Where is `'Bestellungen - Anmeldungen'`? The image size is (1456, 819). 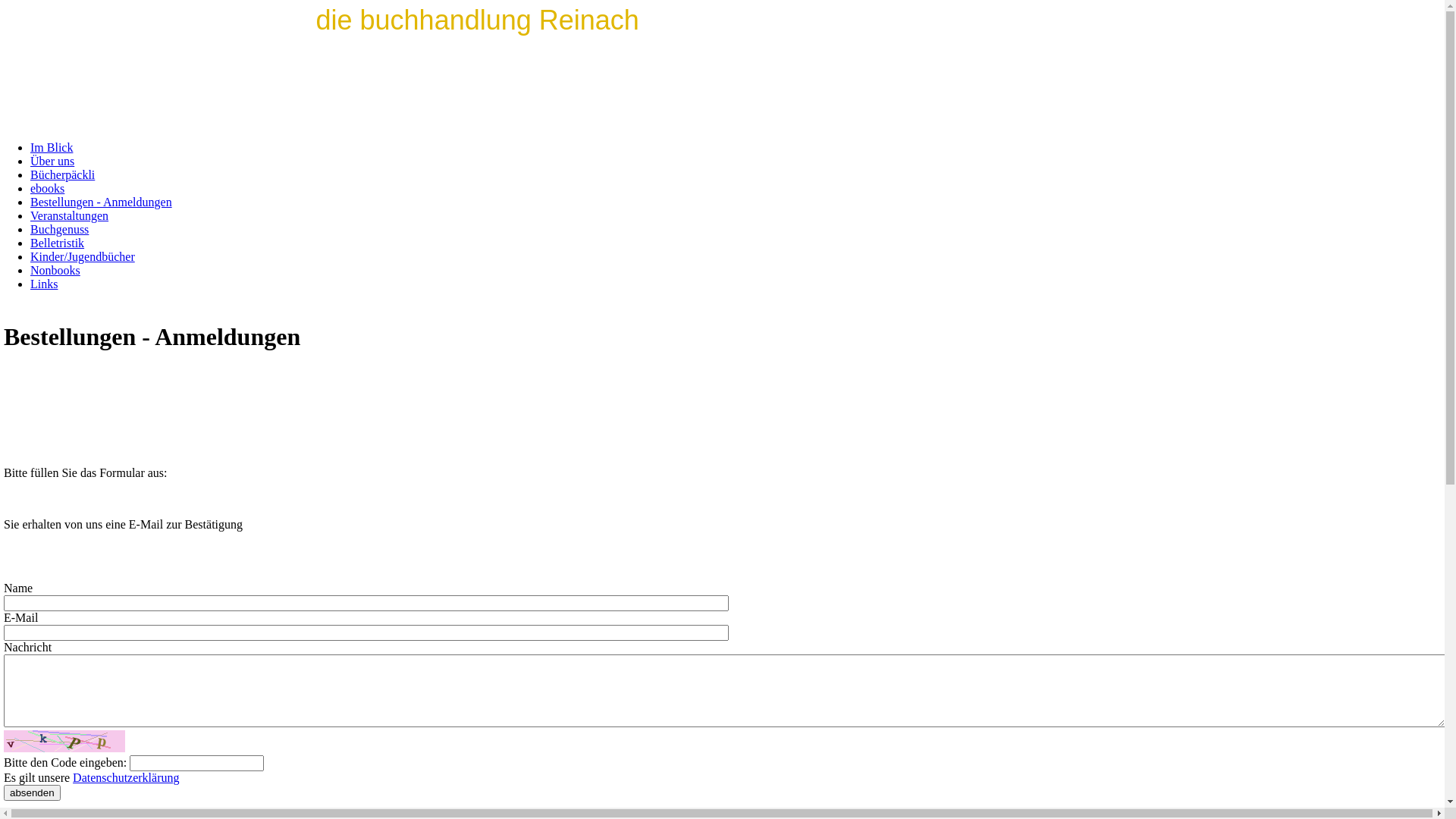 'Bestellungen - Anmeldungen' is located at coordinates (100, 201).